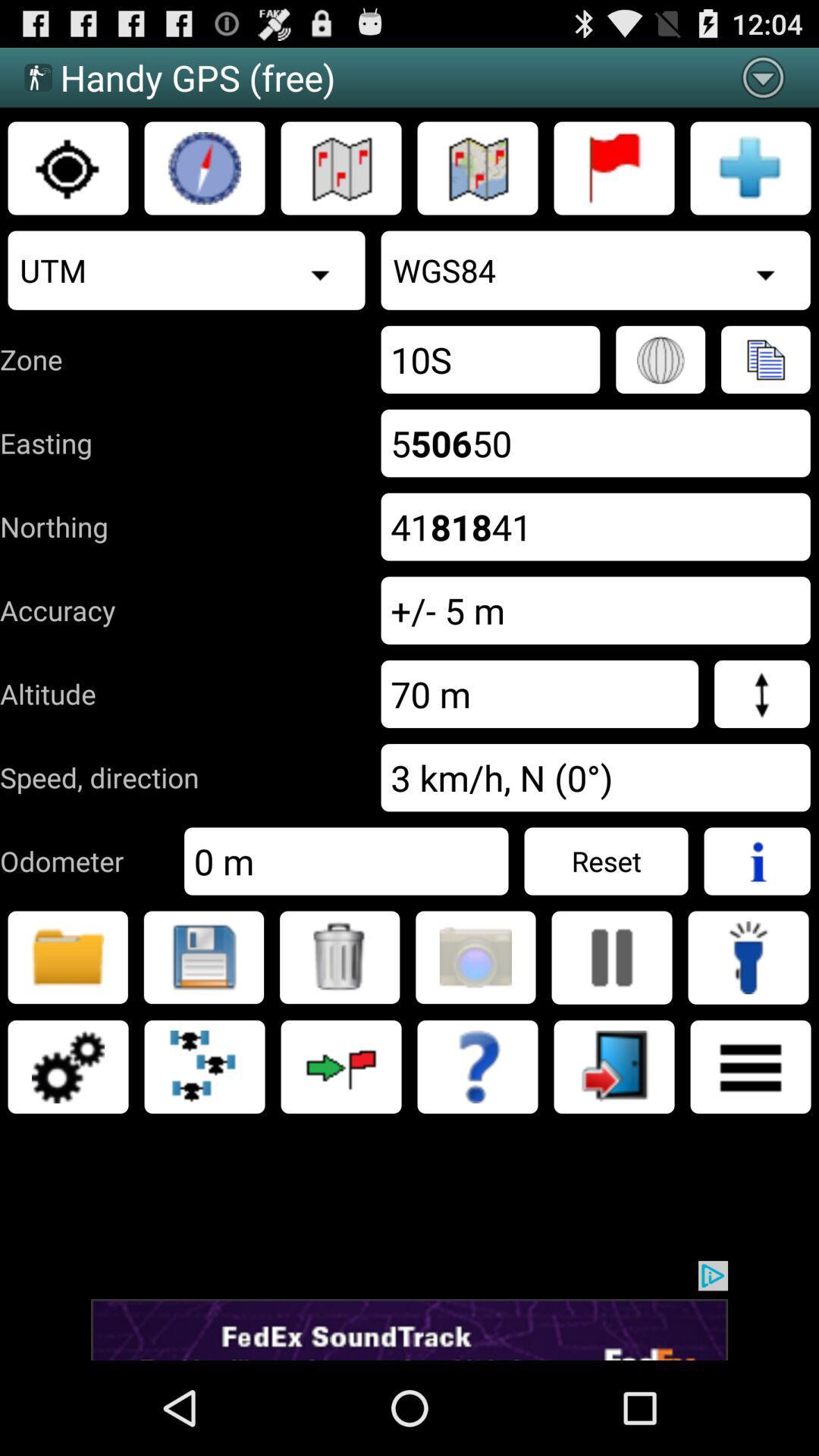  I want to click on map, so click(476, 168).